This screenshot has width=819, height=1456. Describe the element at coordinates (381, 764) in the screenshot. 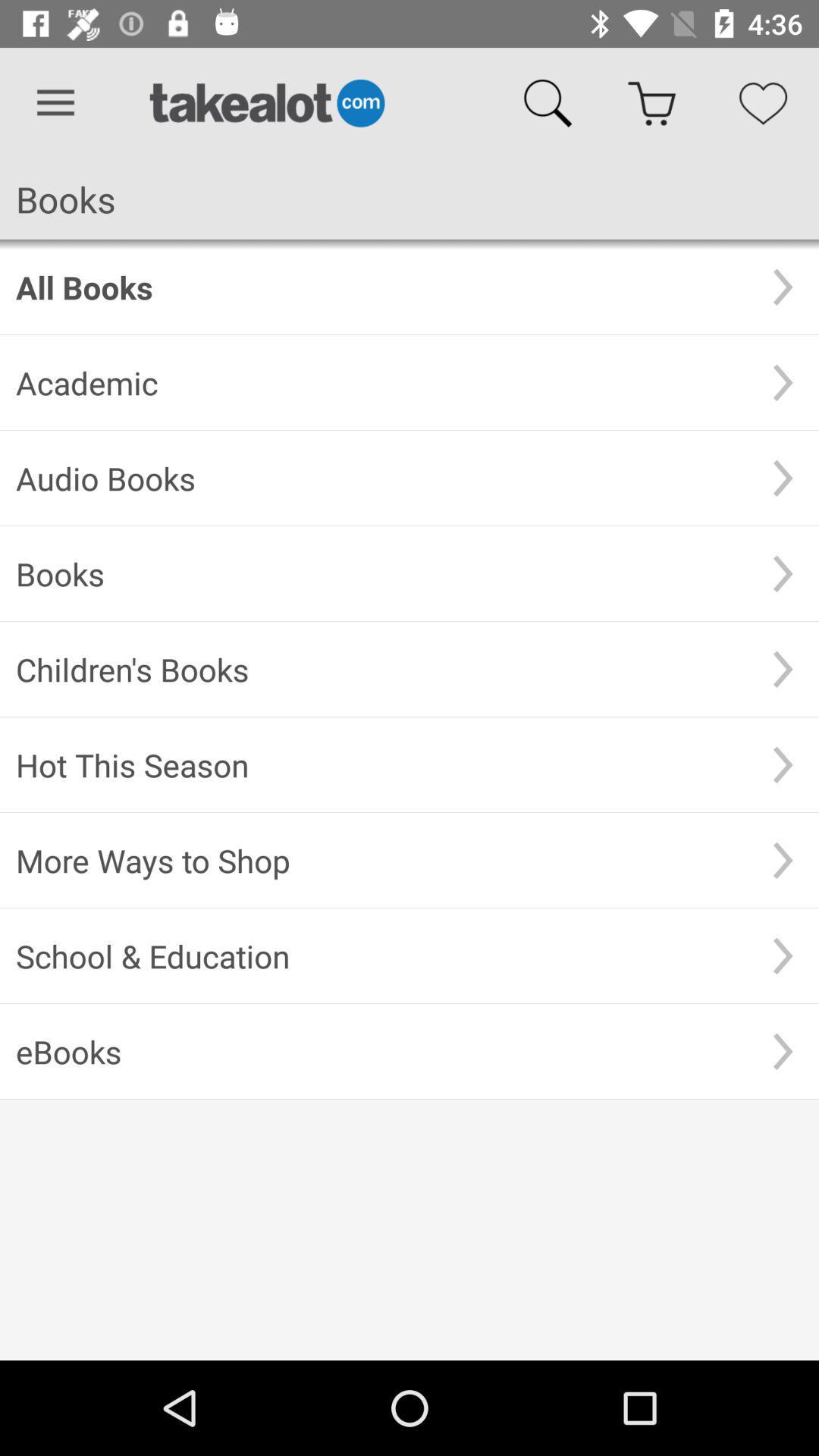

I see `the item below the children's books` at that location.